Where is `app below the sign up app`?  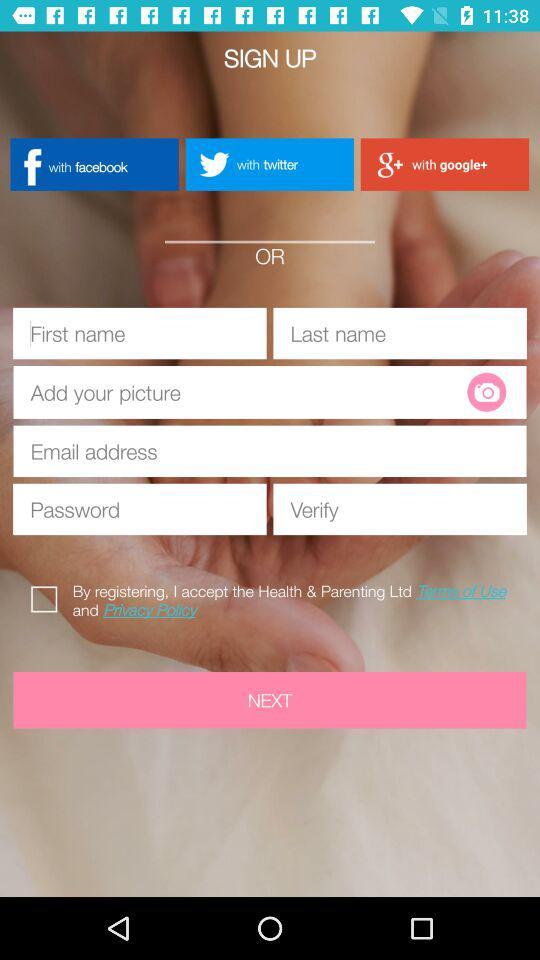
app below the sign up app is located at coordinates (444, 163).